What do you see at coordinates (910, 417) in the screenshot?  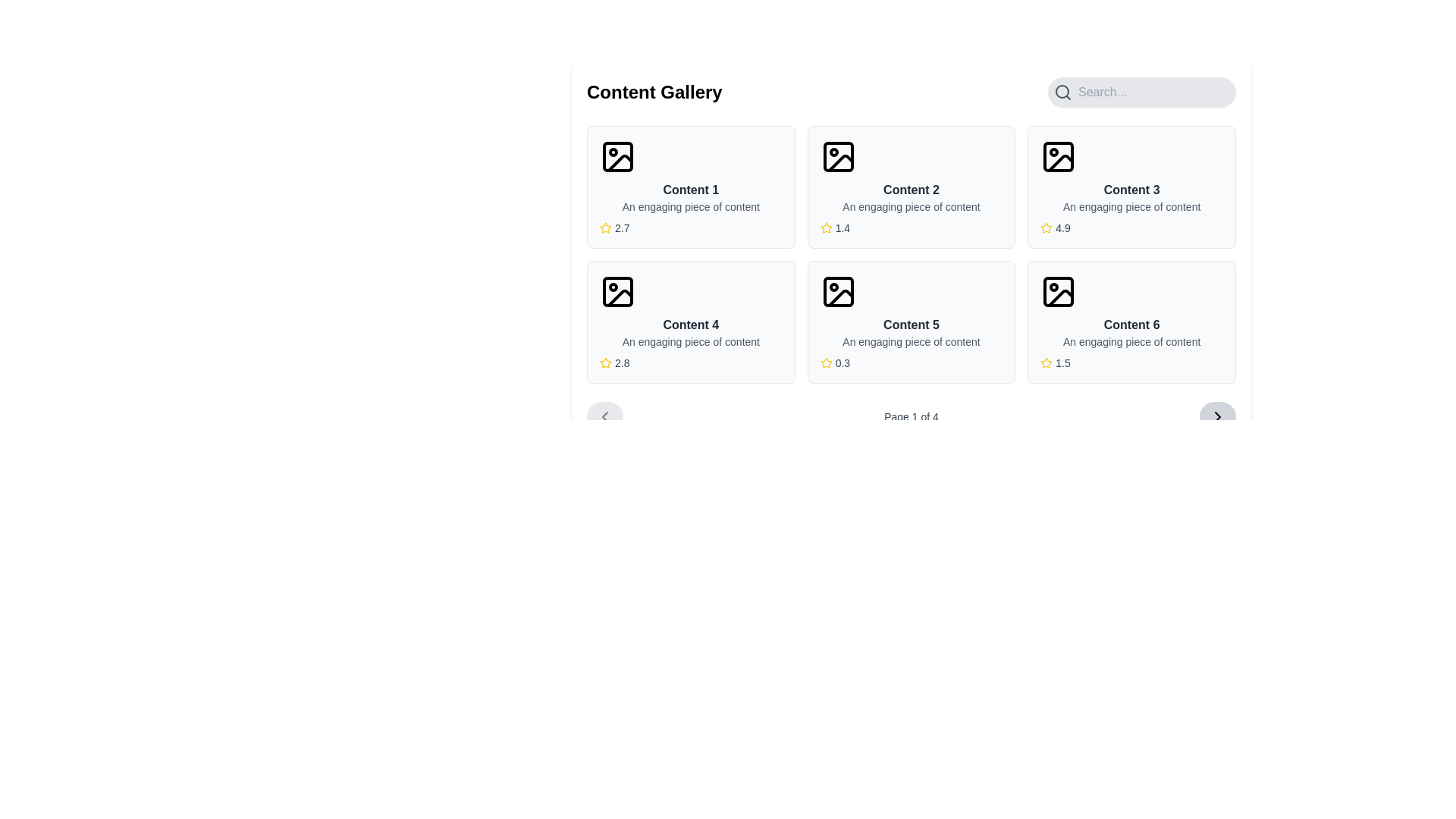 I see `the informational text label displaying 'Page 1 of 4', located at the center of the navigation section` at bounding box center [910, 417].